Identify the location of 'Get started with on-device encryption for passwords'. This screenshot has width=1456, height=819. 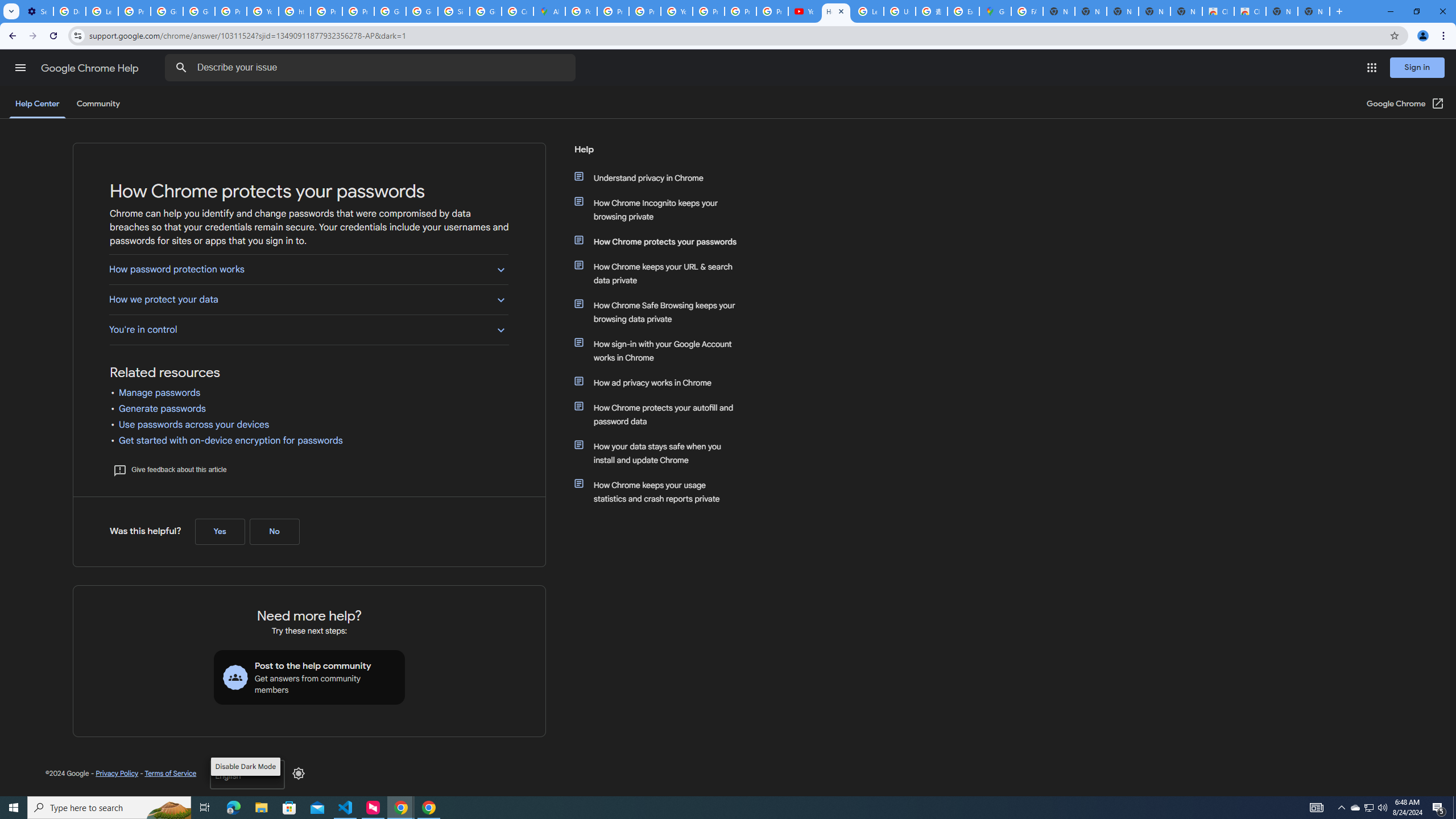
(231, 440).